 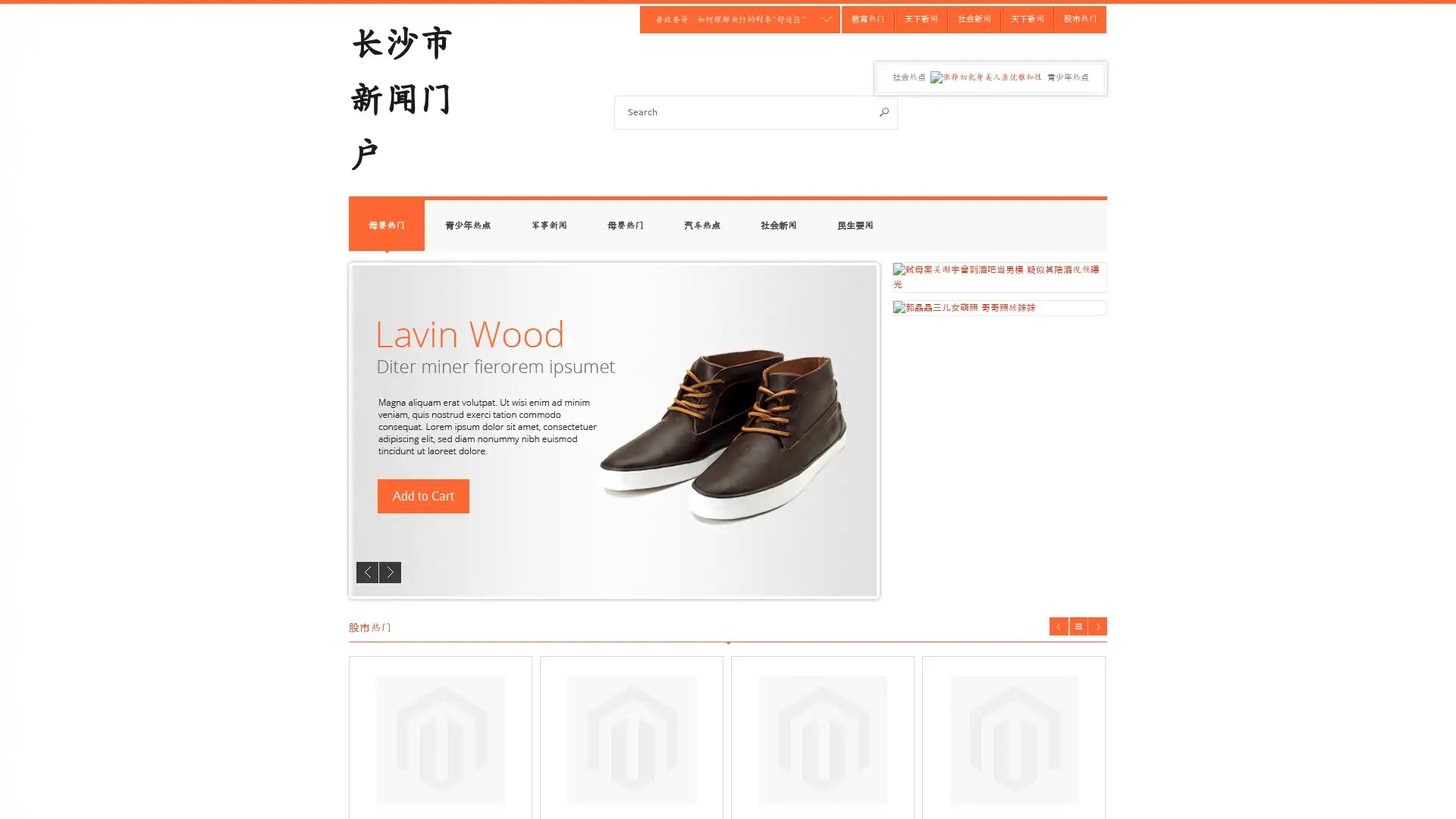 What do you see at coordinates (884, 111) in the screenshot?
I see `Search` at bounding box center [884, 111].